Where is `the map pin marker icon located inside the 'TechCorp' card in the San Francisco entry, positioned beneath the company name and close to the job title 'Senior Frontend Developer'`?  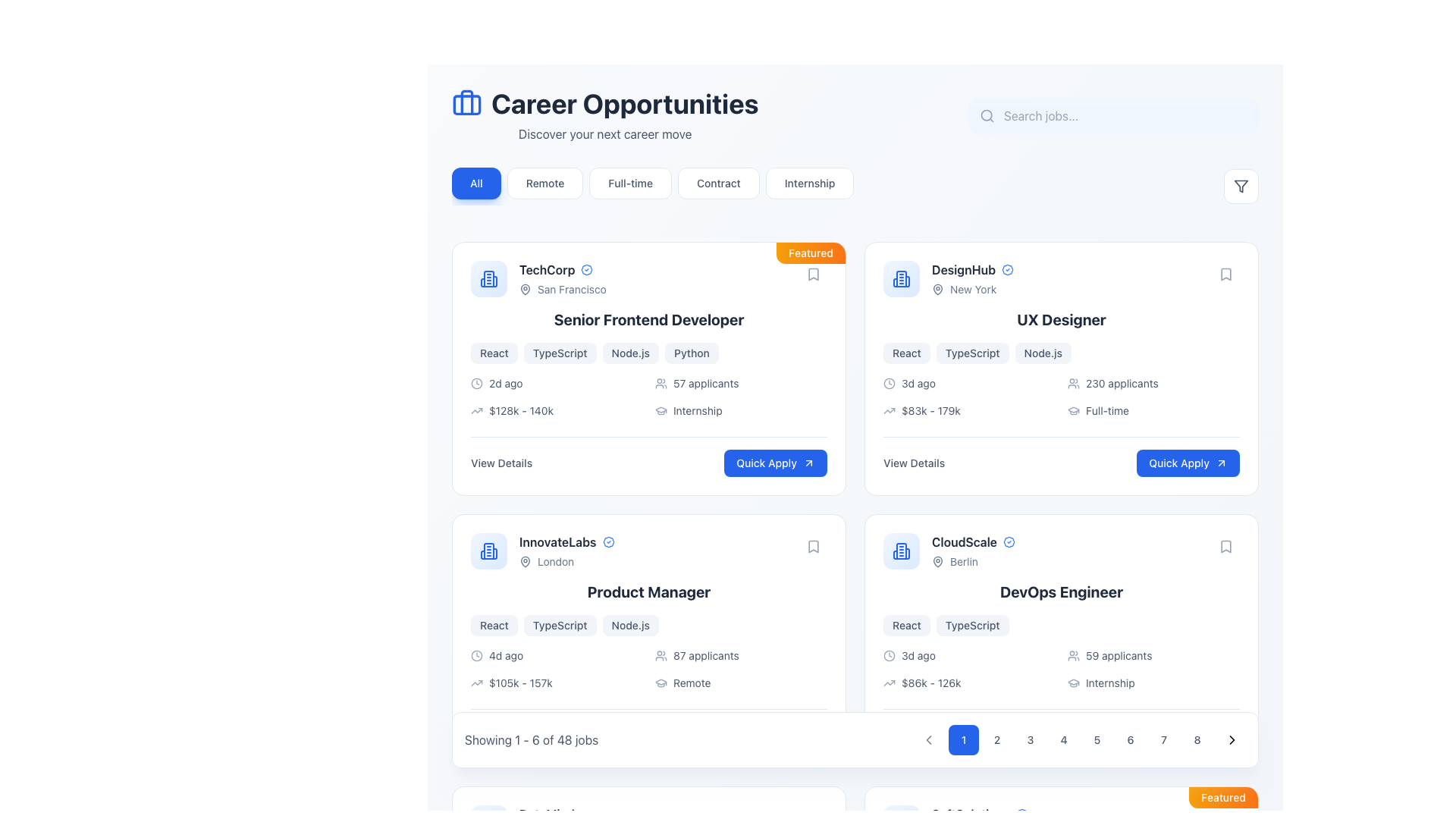
the map pin marker icon located inside the 'TechCorp' card in the San Francisco entry, positioned beneath the company name and close to the job title 'Senior Frontend Developer' is located at coordinates (525, 289).